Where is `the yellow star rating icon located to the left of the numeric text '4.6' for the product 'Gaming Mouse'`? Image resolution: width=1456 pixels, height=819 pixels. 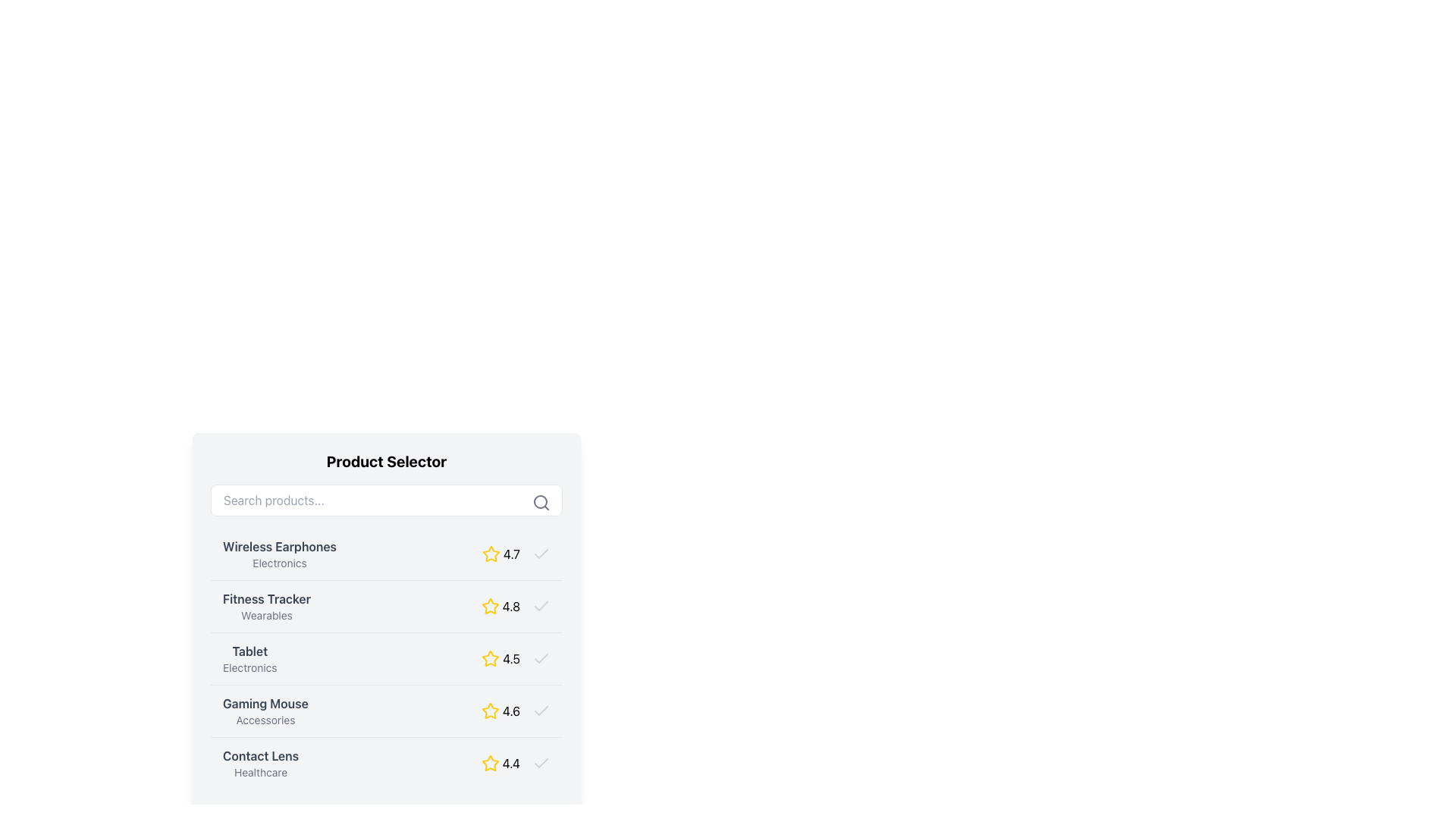 the yellow star rating icon located to the left of the numeric text '4.6' for the product 'Gaming Mouse' is located at coordinates (490, 711).